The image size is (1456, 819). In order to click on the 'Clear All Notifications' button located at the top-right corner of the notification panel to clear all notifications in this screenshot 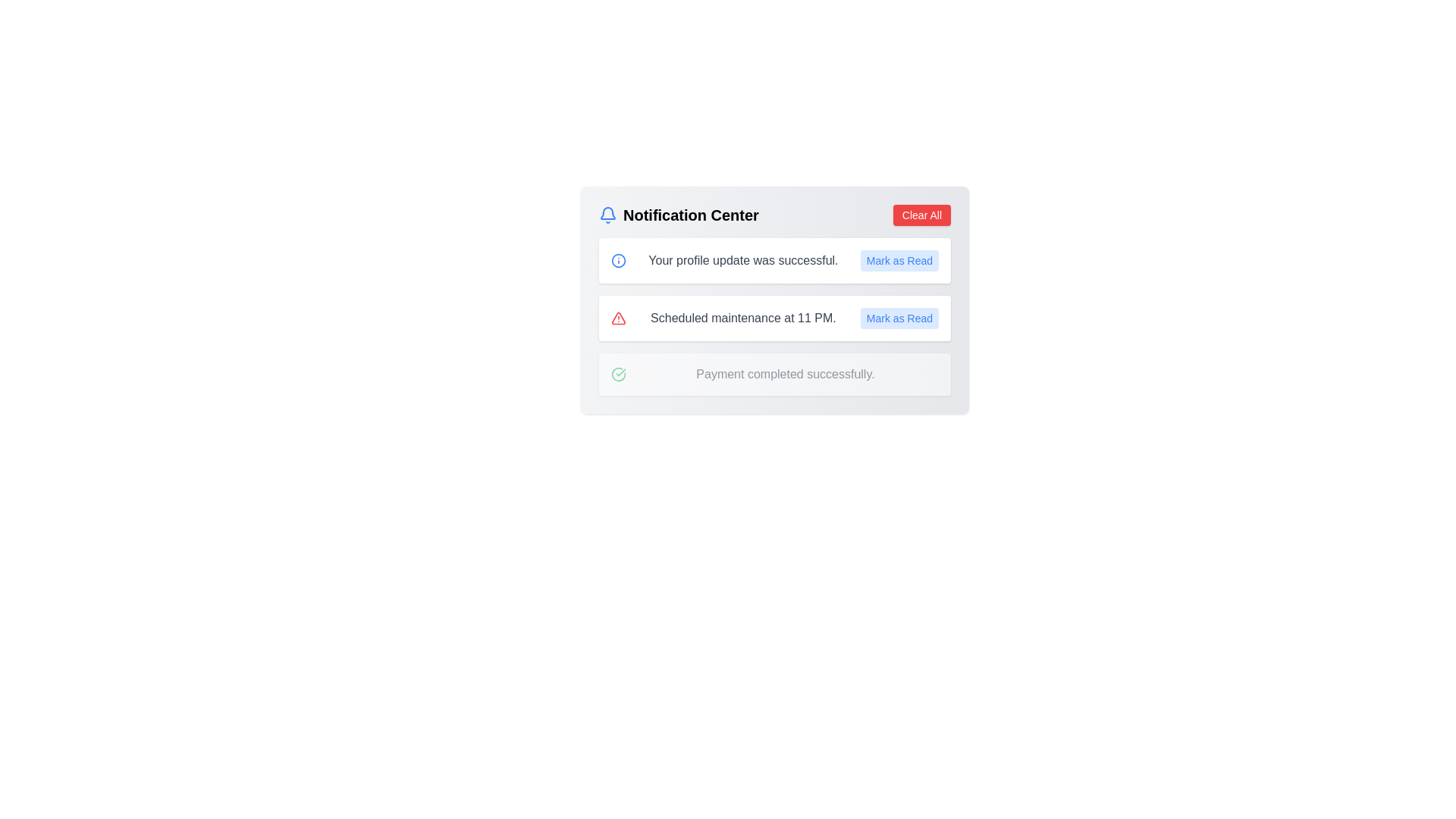, I will do `click(921, 215)`.